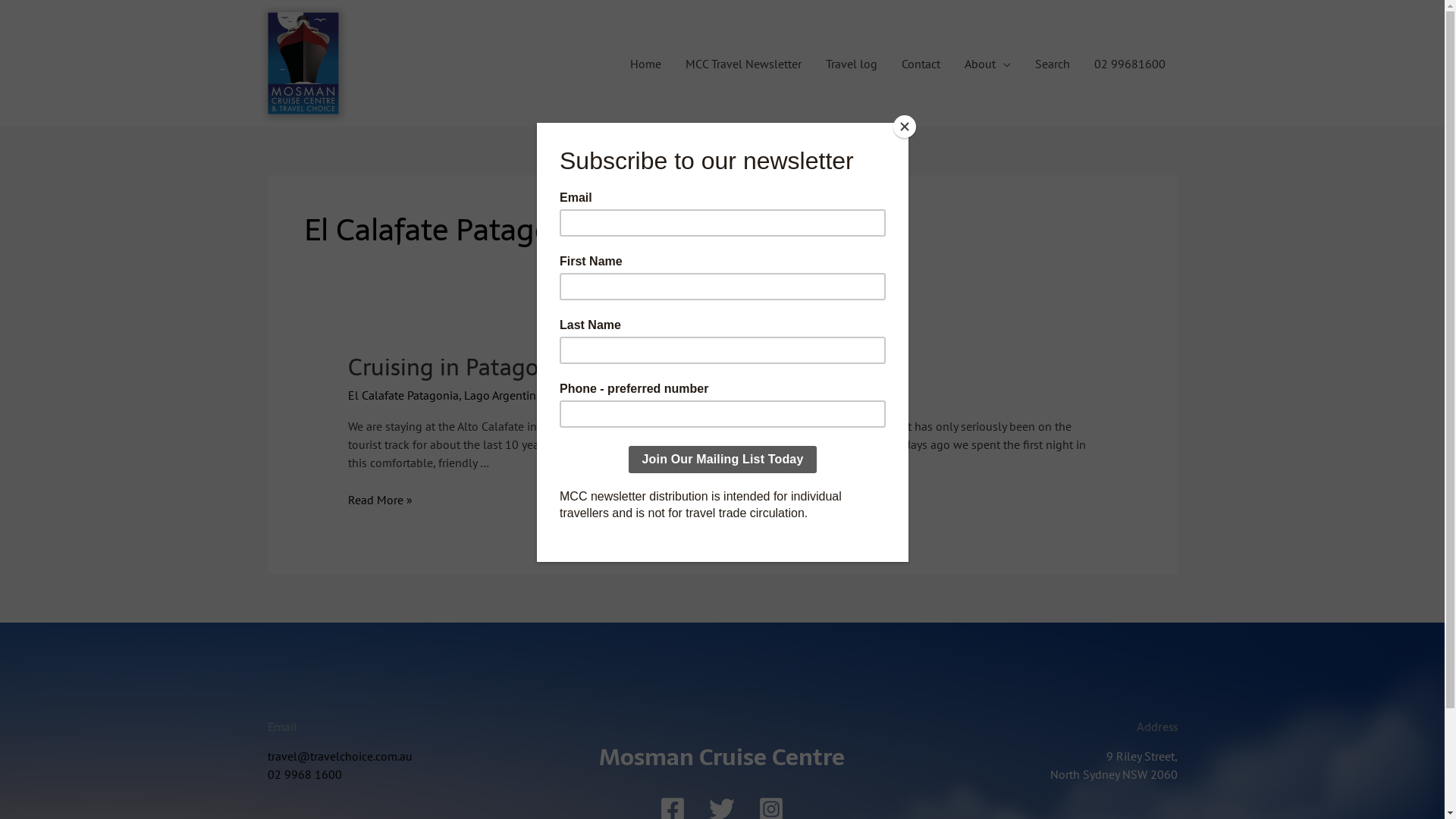 This screenshot has height=819, width=1456. I want to click on '02 9968 1600', so click(303, 774).